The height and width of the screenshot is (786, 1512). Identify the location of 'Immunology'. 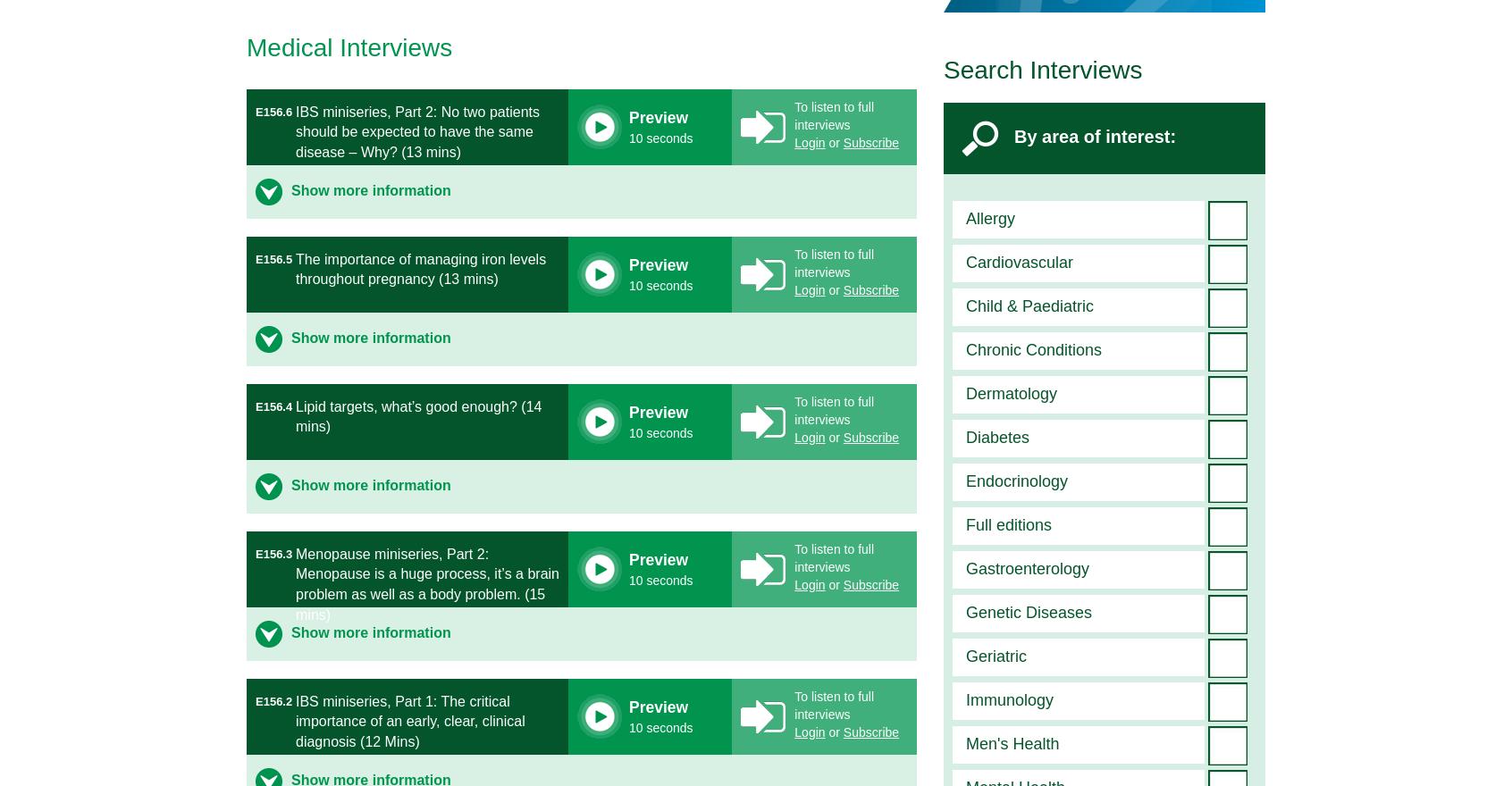
(1008, 699).